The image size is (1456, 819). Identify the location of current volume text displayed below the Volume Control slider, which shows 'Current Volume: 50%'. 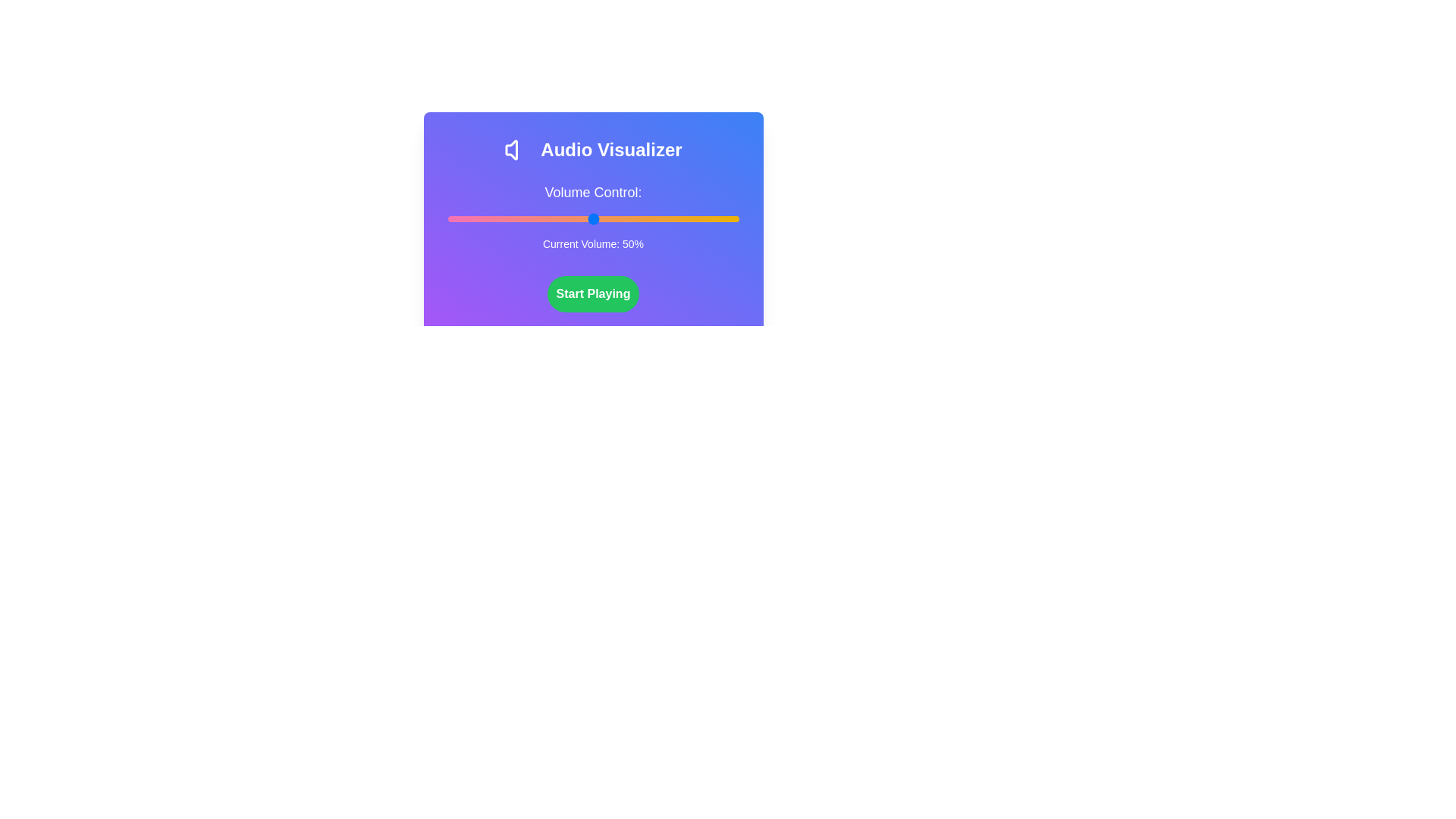
(592, 216).